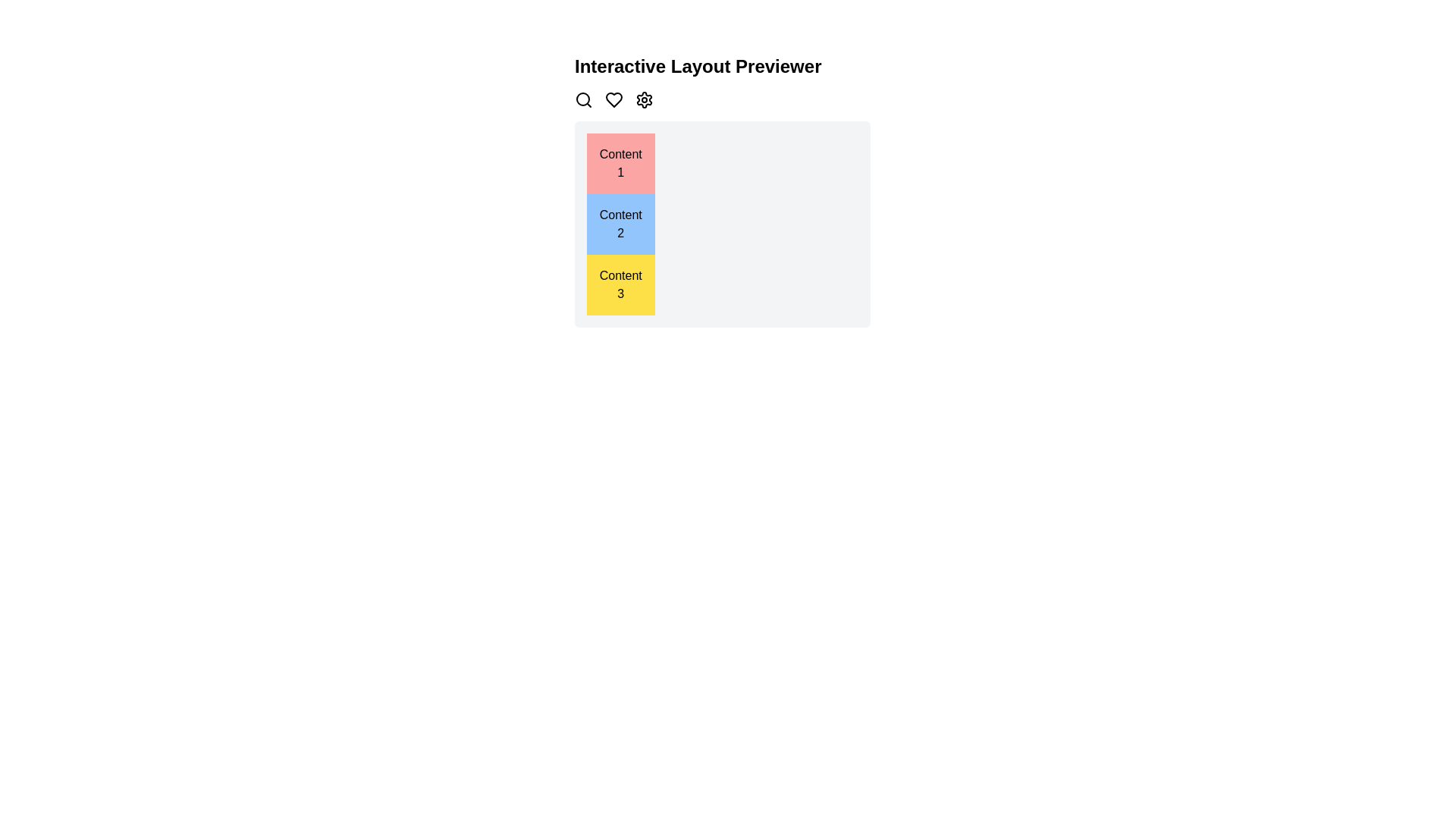  I want to click on the settings button, which is the fourth icon from the left in the horizontal toolbar at the top of the layout, so click(644, 99).